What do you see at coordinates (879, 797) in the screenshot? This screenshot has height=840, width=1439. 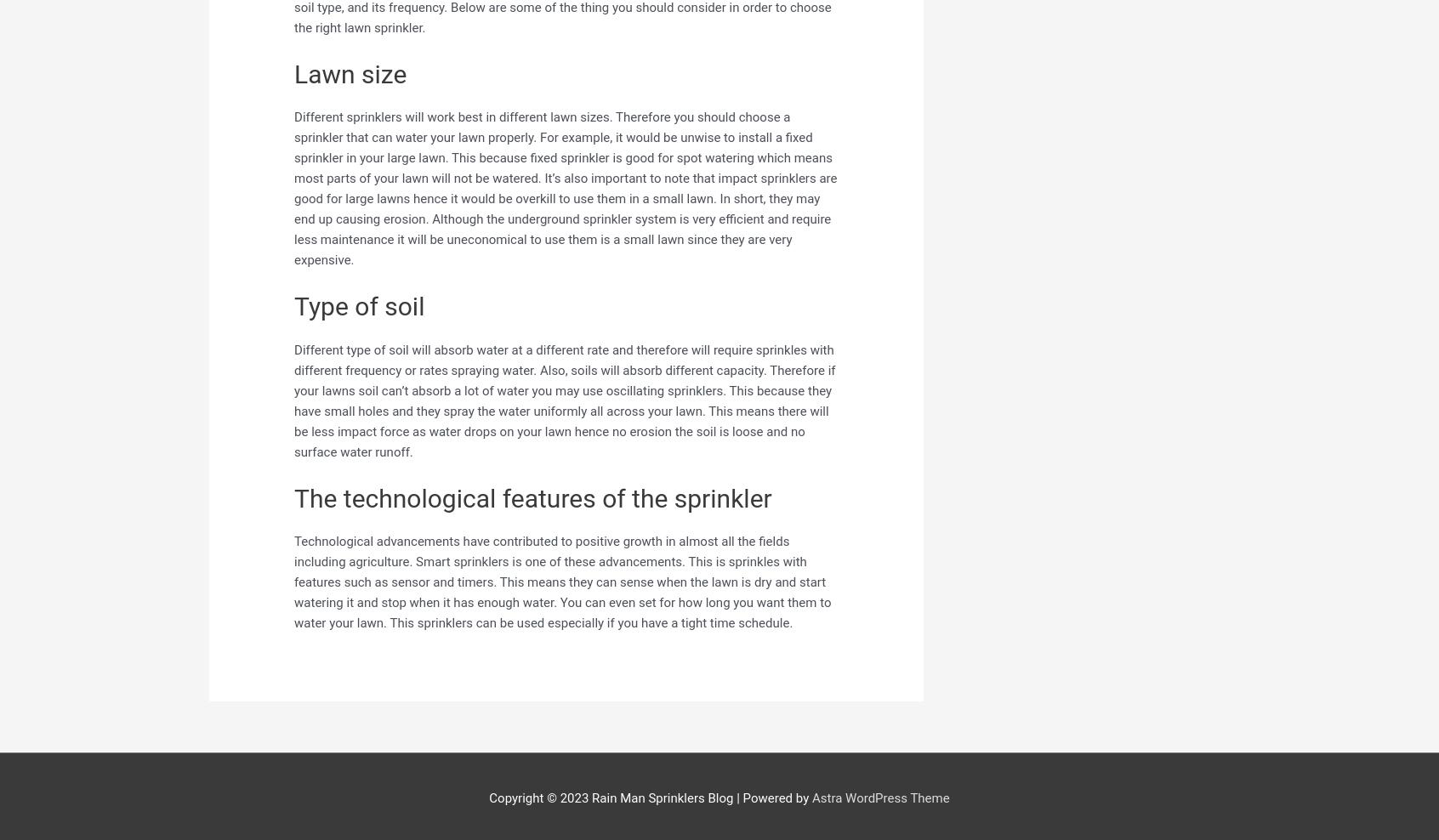 I see `'Astra WordPress Theme'` at bounding box center [879, 797].